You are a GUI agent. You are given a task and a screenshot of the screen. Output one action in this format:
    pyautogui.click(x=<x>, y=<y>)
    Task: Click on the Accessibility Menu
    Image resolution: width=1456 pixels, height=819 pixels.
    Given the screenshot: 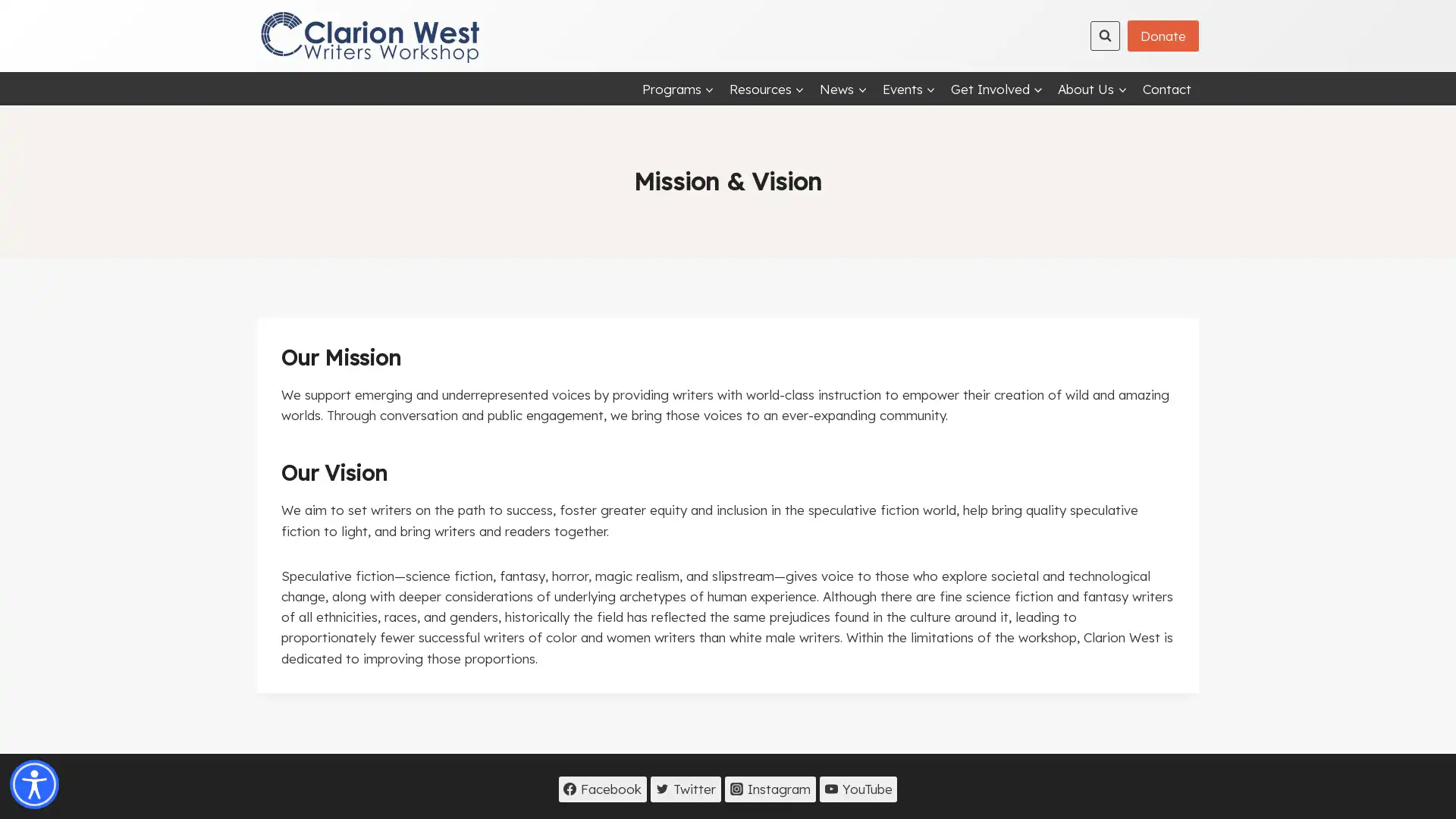 What is the action you would take?
    pyautogui.click(x=34, y=784)
    